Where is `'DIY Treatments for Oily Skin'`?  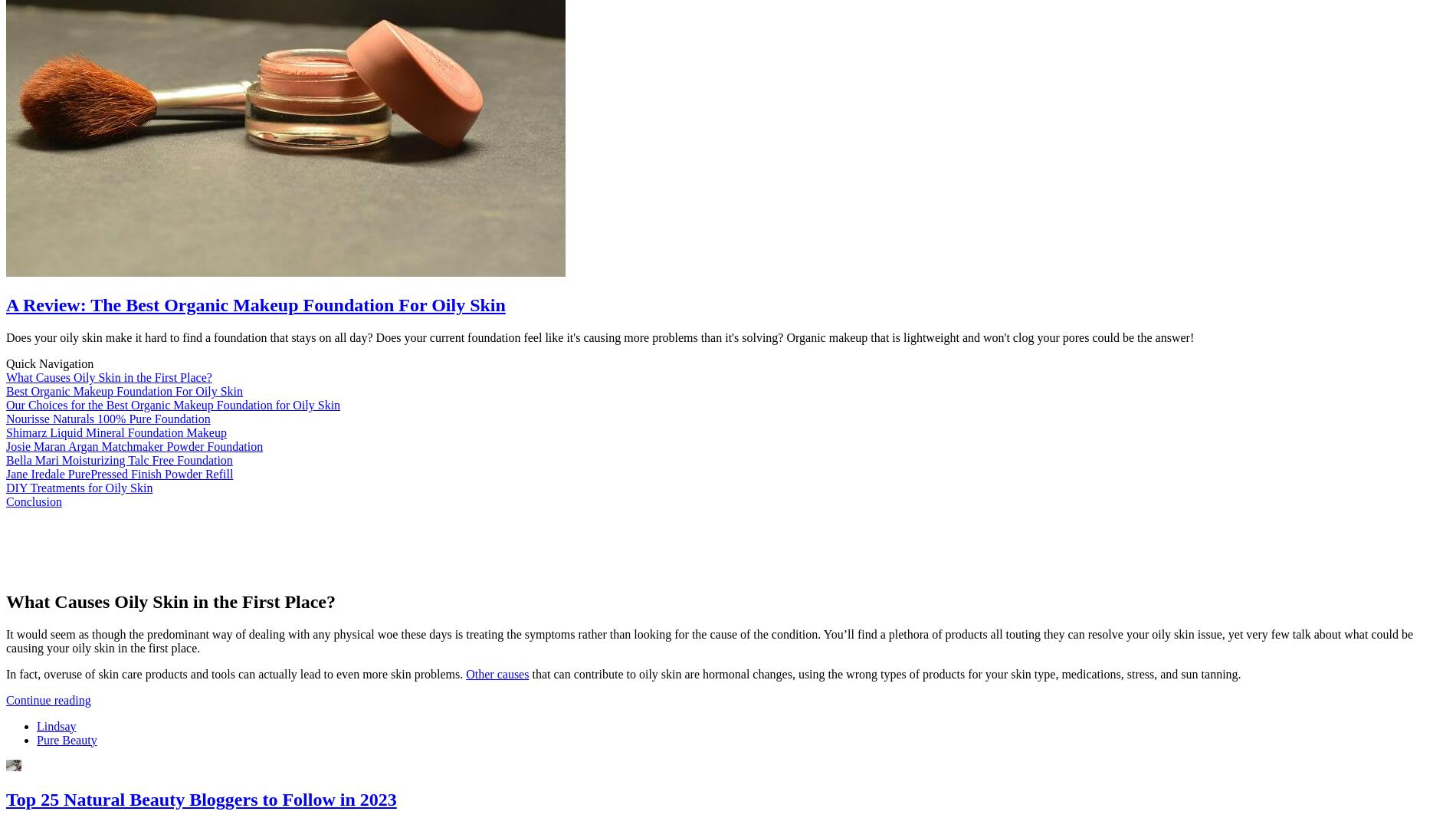 'DIY Treatments for Oily Skin' is located at coordinates (5, 487).